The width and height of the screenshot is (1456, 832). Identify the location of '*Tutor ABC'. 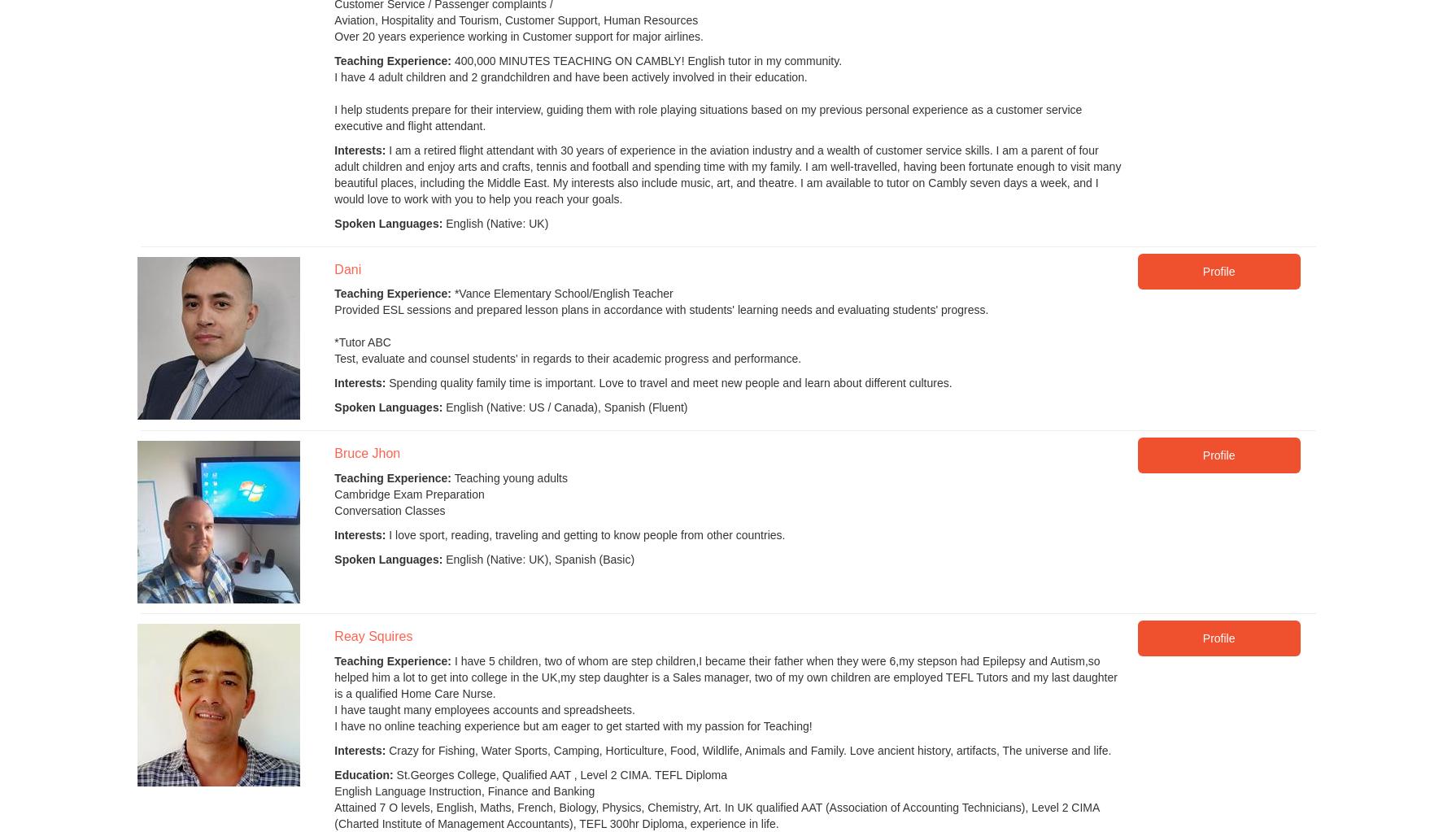
(362, 342).